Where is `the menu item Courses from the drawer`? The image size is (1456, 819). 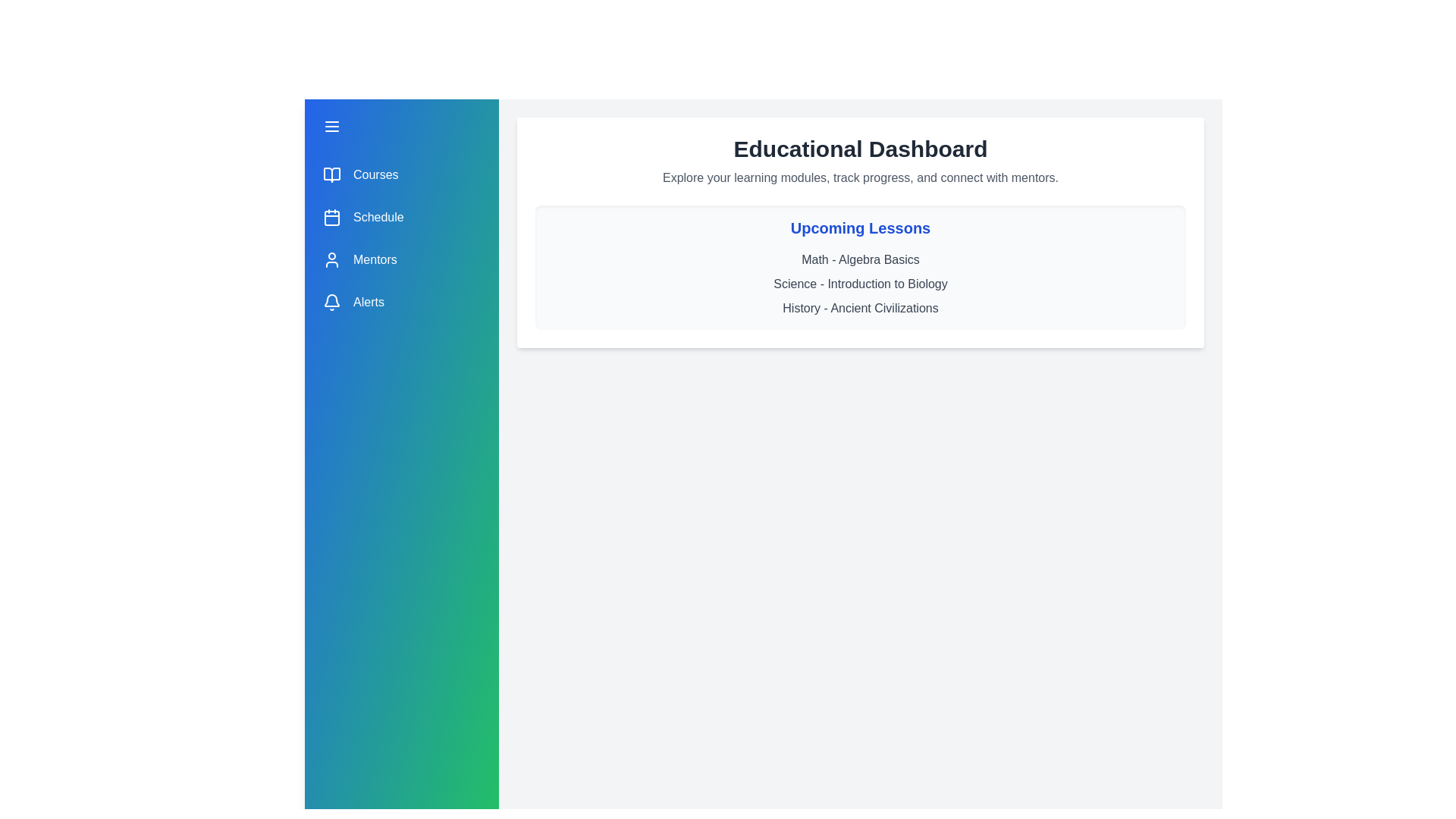
the menu item Courses from the drawer is located at coordinates (401, 174).